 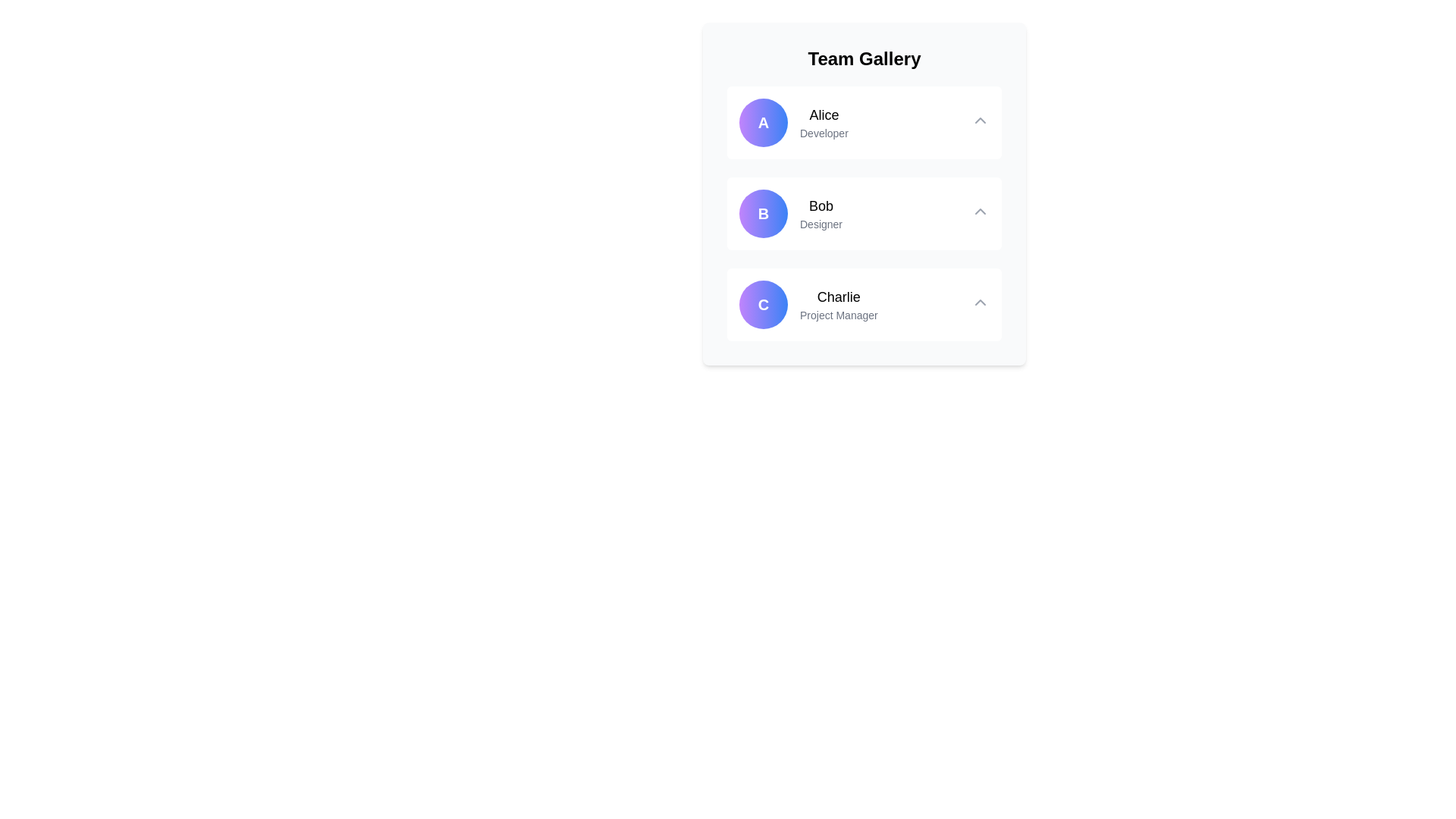 I want to click on text displayed in the Text Label that shows 'AliceDeveloper', which consists of 'Alice' in bold and 'Developer' in gray, located to the right of the circular avatar labeled 'A' within the 'Team Gallery' card, so click(x=823, y=122).